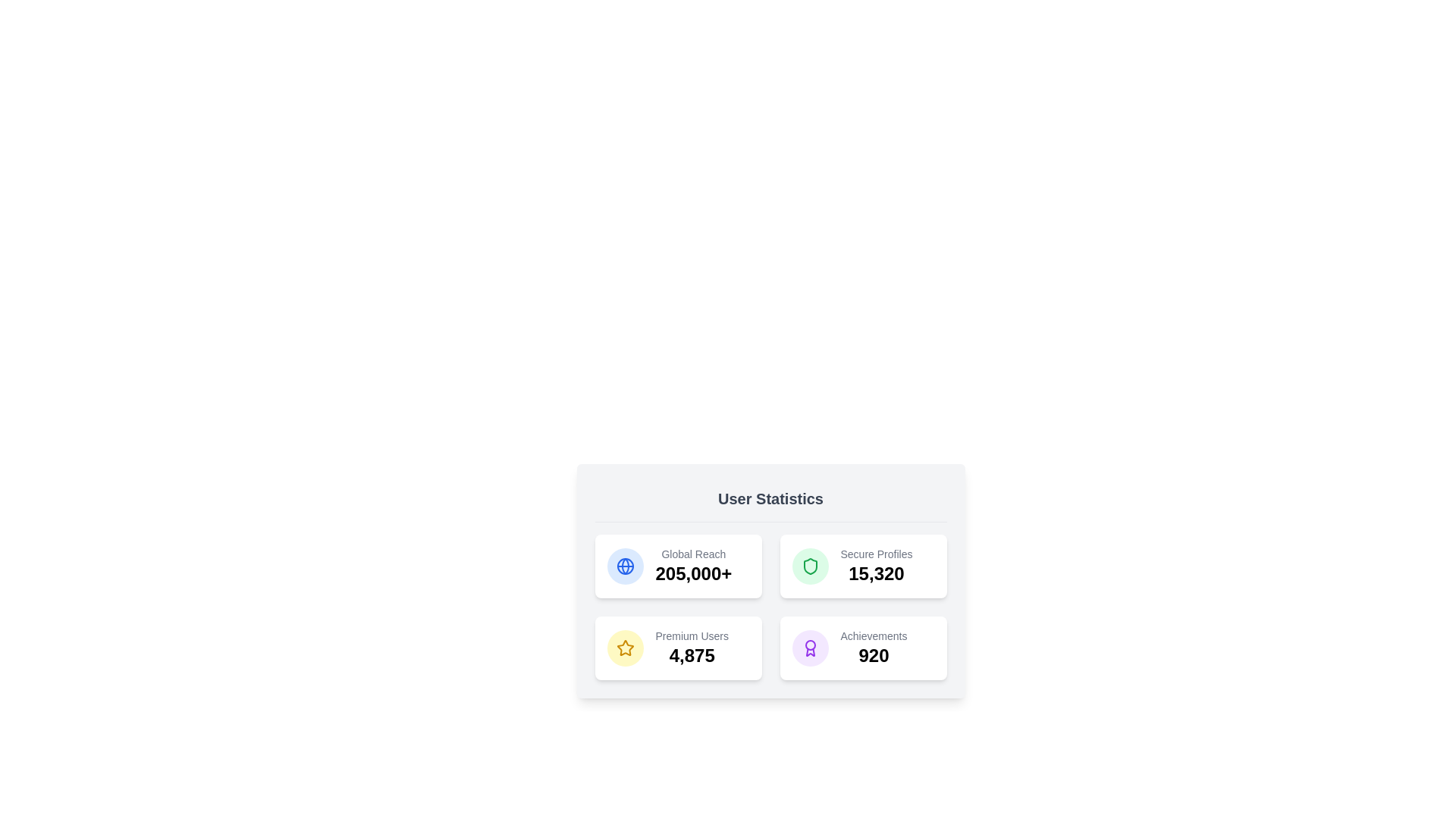 The width and height of the screenshot is (1456, 819). I want to click on the 'Secure Profiles' statistic information card located in the top-right section of the user statistics card, which displays the label 'Secure Profiles' and the numeric metric '15,320', so click(877, 566).